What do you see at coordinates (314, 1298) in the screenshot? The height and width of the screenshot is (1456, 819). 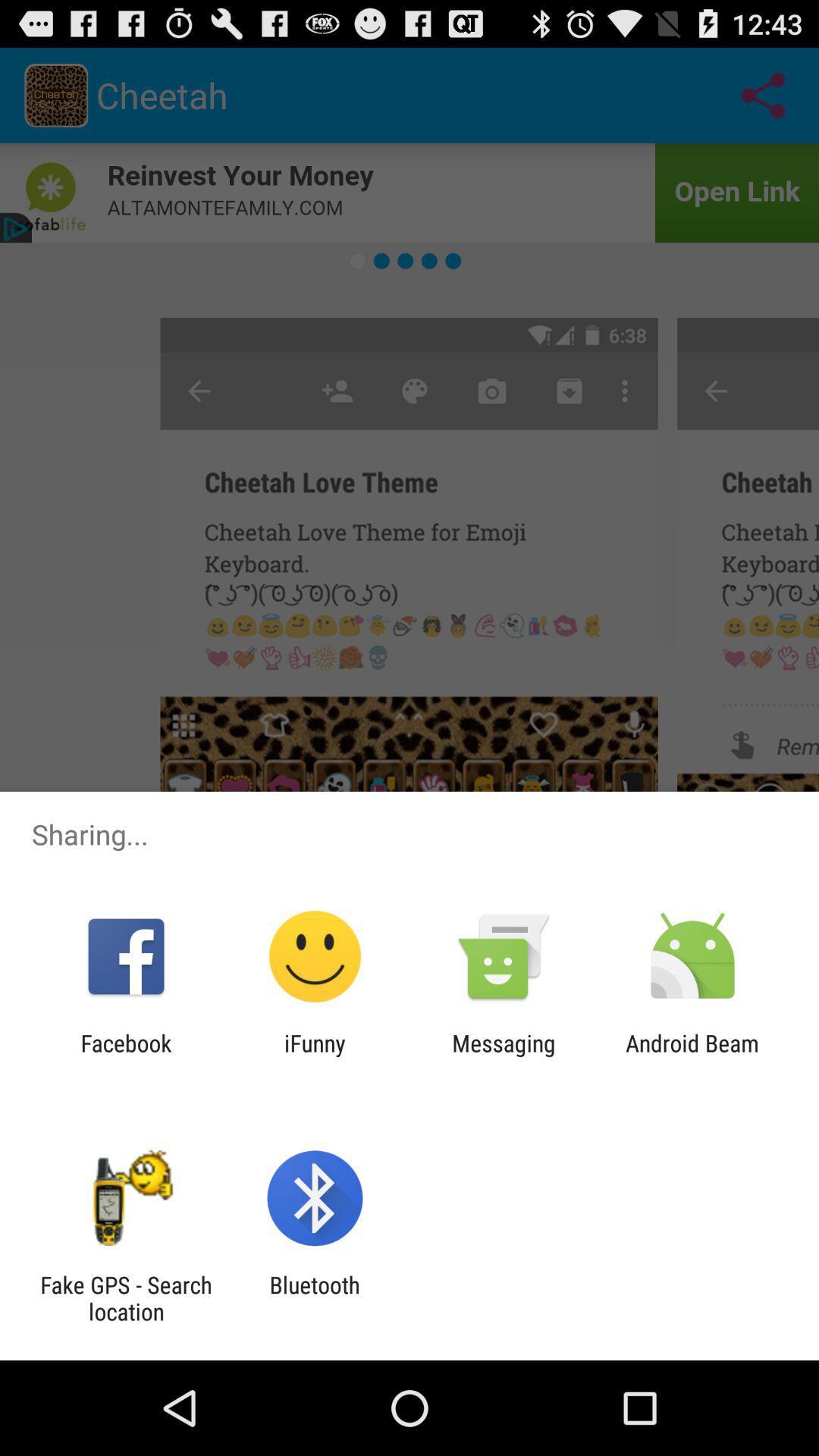 I see `the bluetooth icon` at bounding box center [314, 1298].